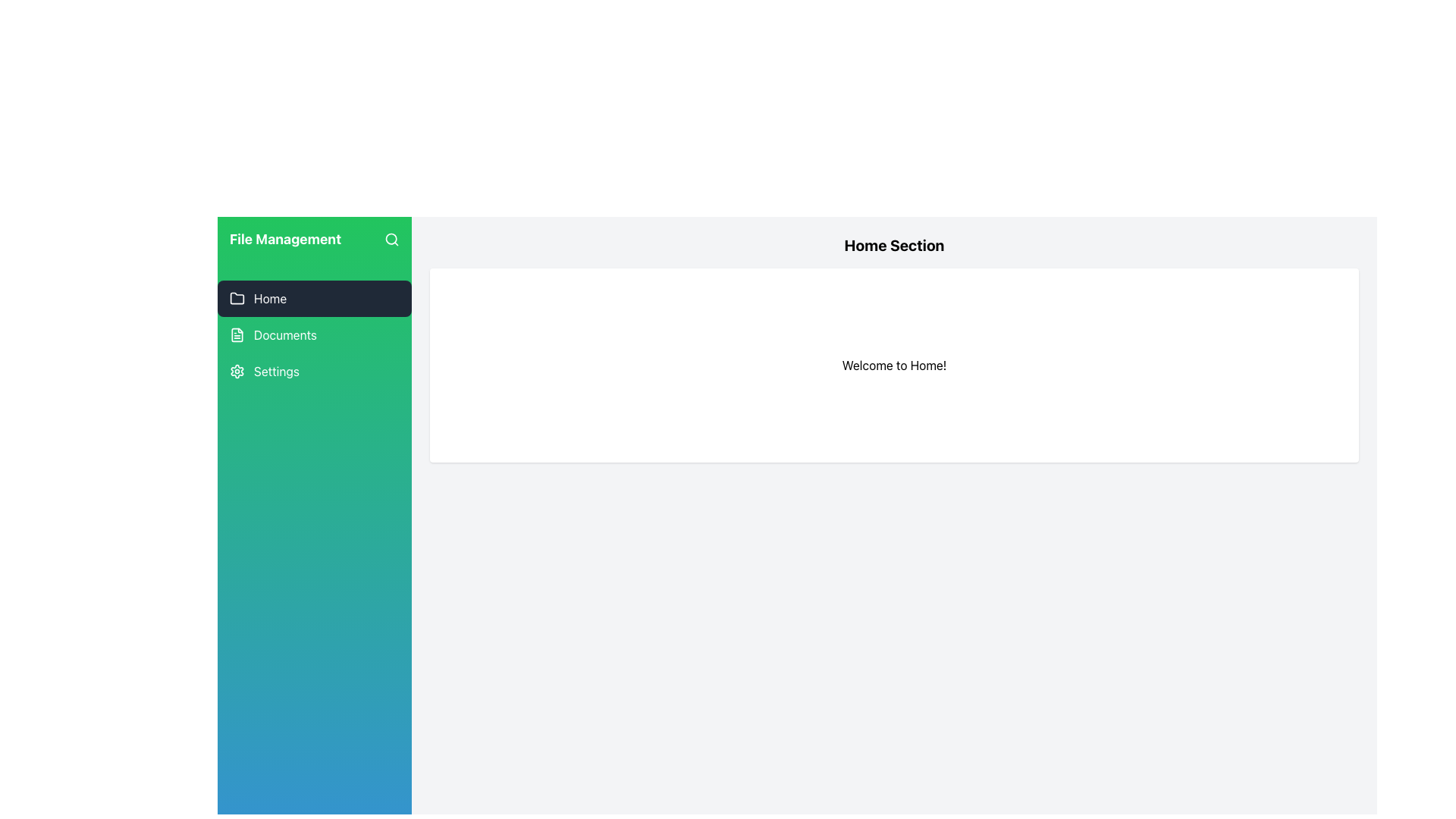 The height and width of the screenshot is (819, 1456). I want to click on the folder icon located in the upper section of the 'Home' menu option in the sidebar, which is styled with a simplistic outline and appears in white on a dark background, so click(236, 298).